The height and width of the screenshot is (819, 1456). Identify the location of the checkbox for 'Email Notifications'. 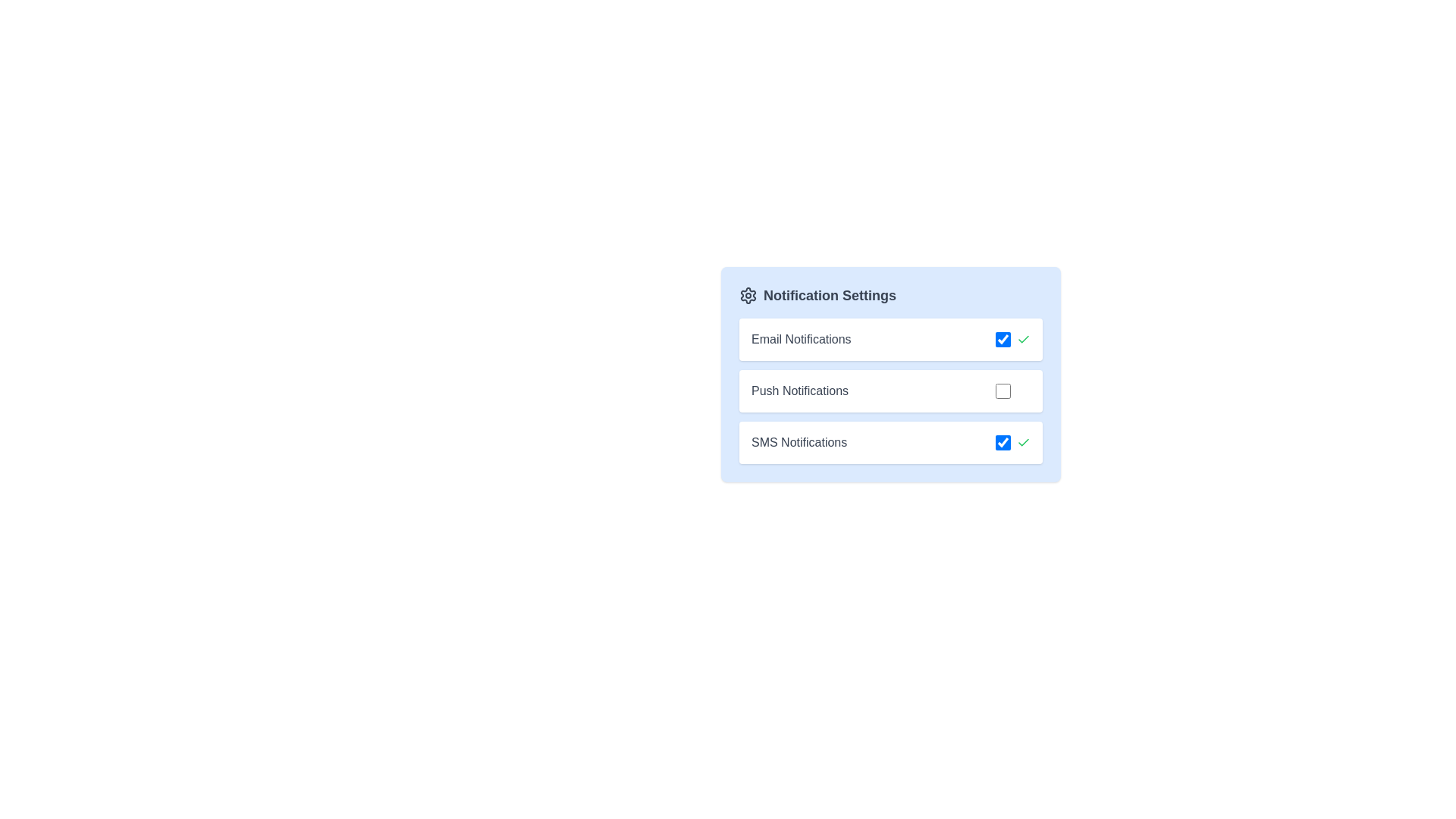
(1012, 338).